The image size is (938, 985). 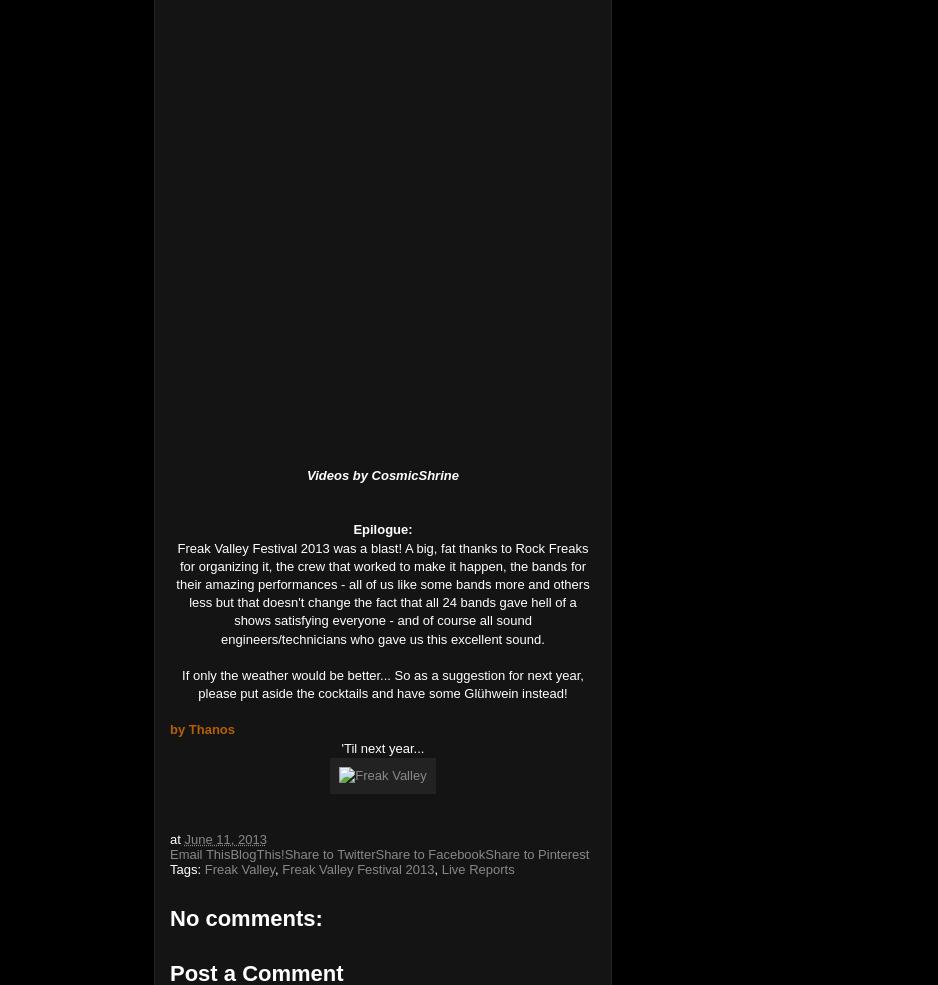 What do you see at coordinates (229, 852) in the screenshot?
I see `'BlogThis!'` at bounding box center [229, 852].